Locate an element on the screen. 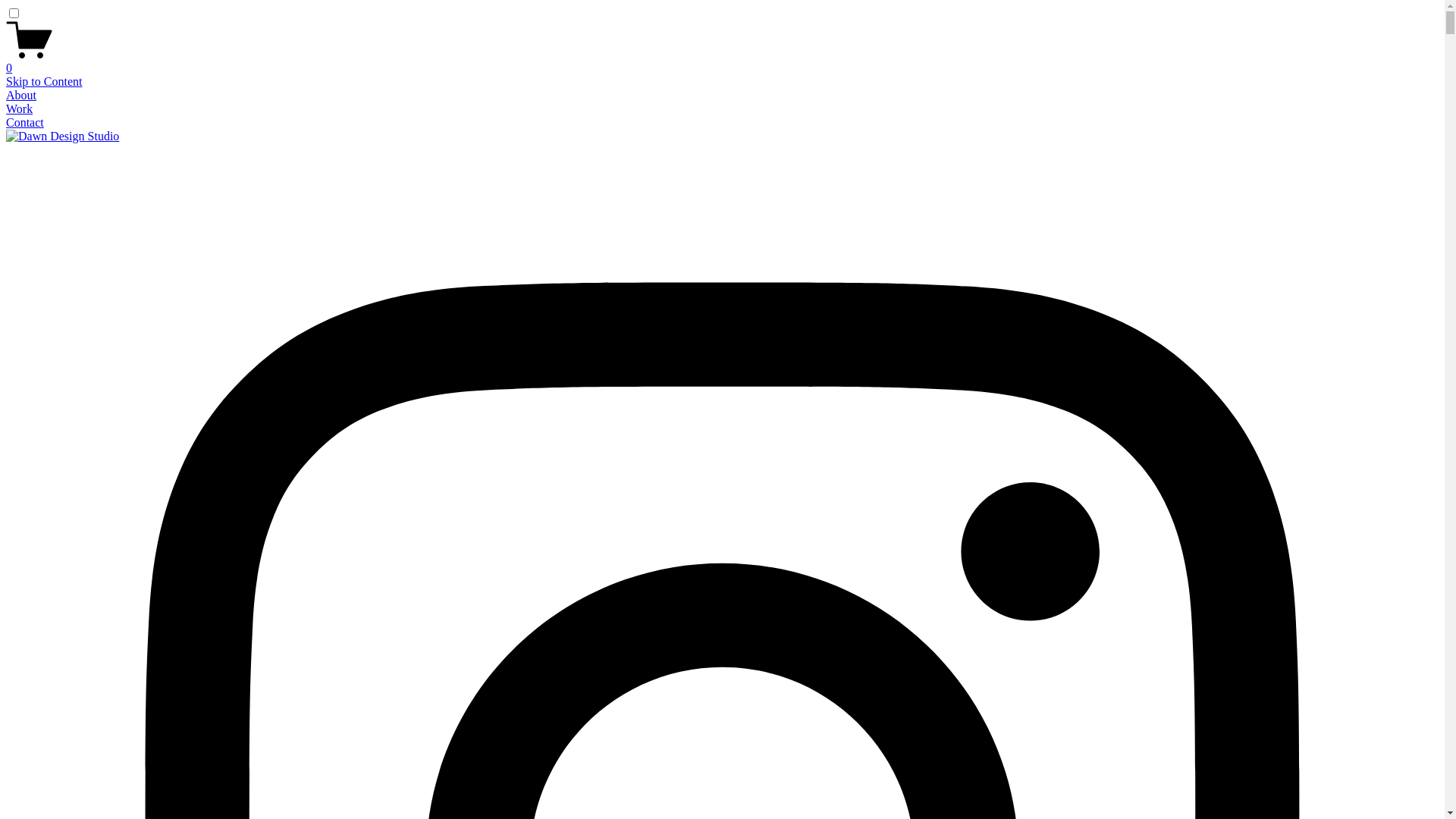  'Skip to Content' is located at coordinates (43, 81).